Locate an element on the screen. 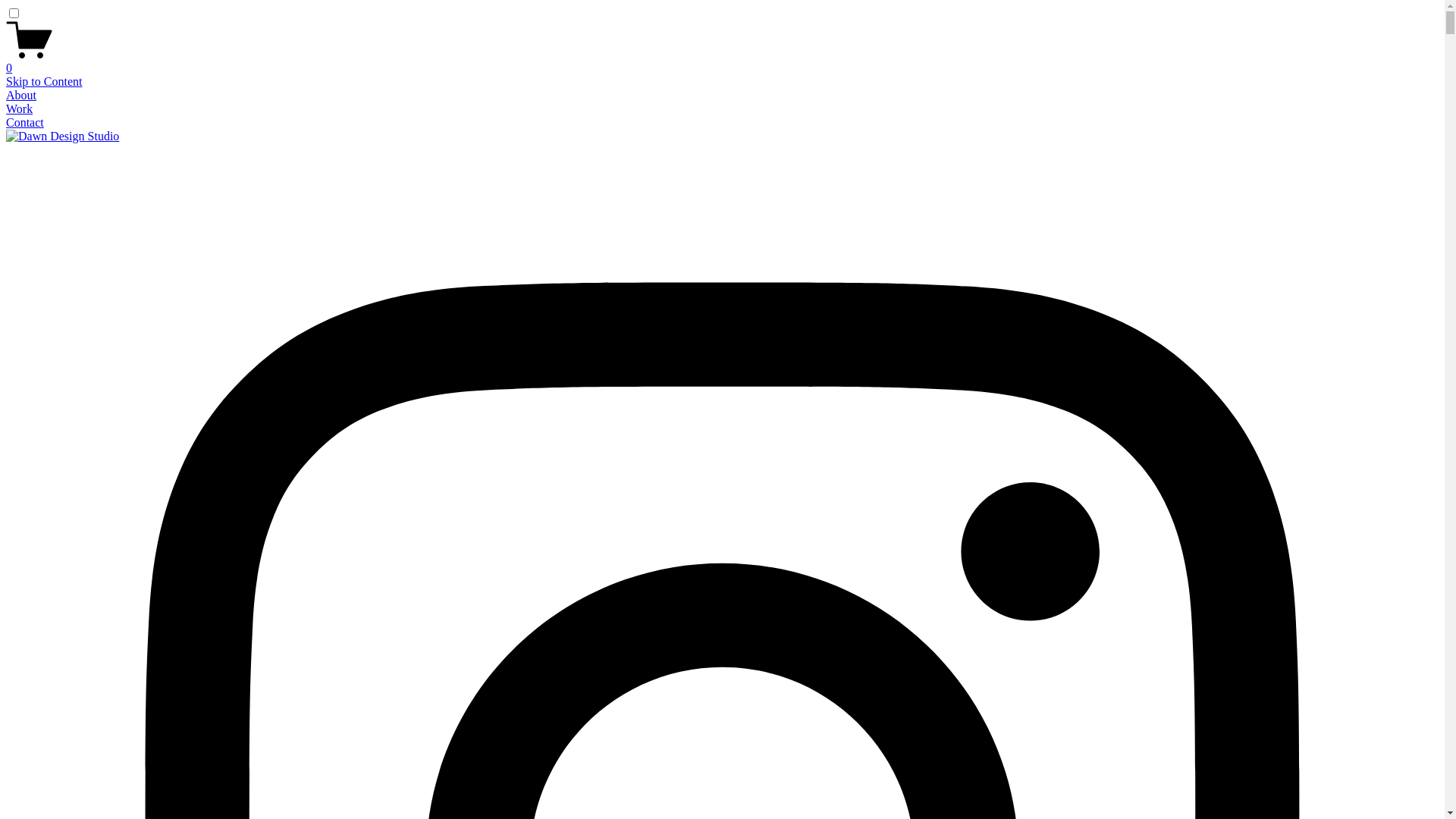  'Skip to Content' is located at coordinates (43, 81).